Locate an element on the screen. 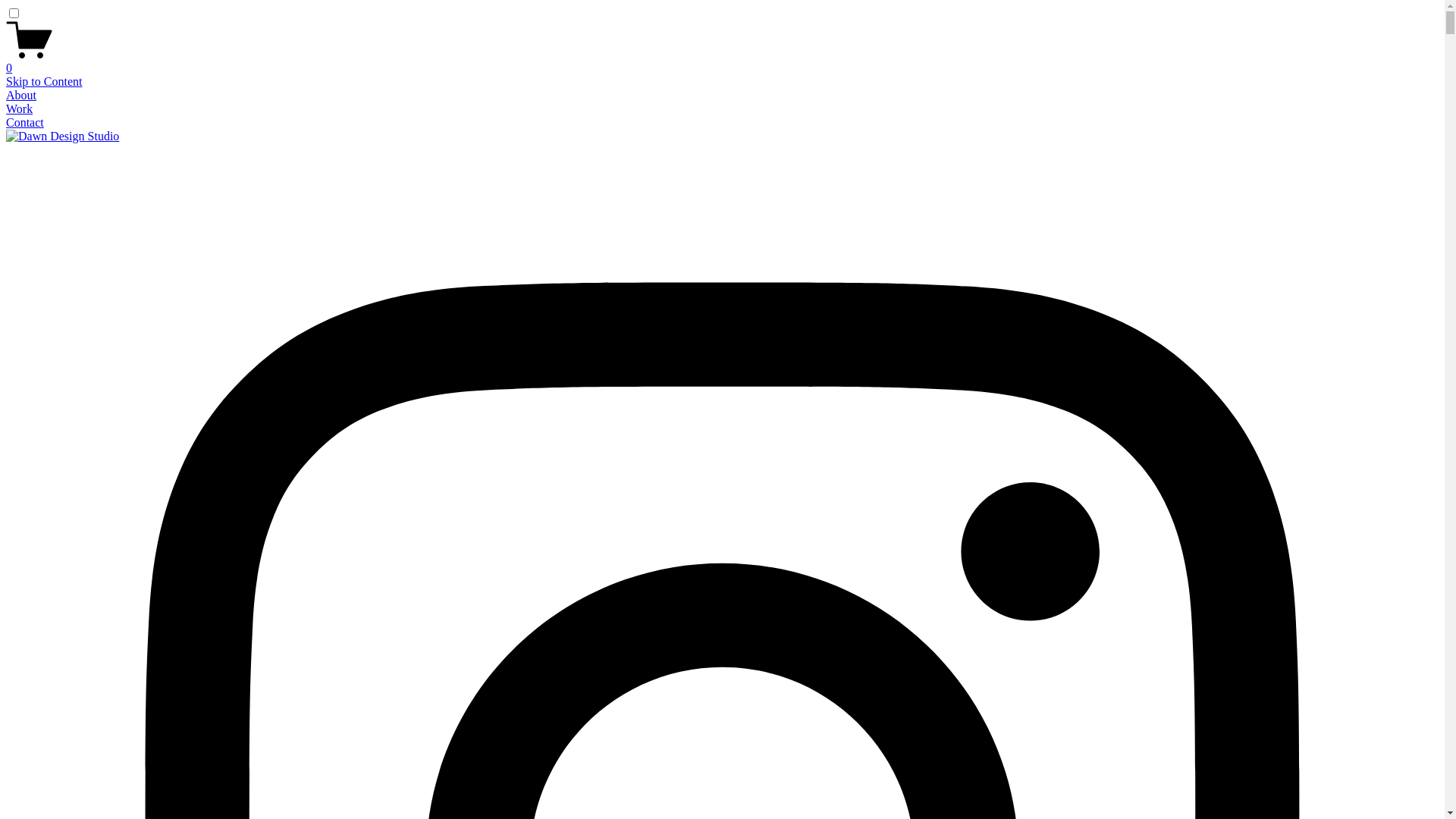  'Skip to Content' is located at coordinates (43, 81).